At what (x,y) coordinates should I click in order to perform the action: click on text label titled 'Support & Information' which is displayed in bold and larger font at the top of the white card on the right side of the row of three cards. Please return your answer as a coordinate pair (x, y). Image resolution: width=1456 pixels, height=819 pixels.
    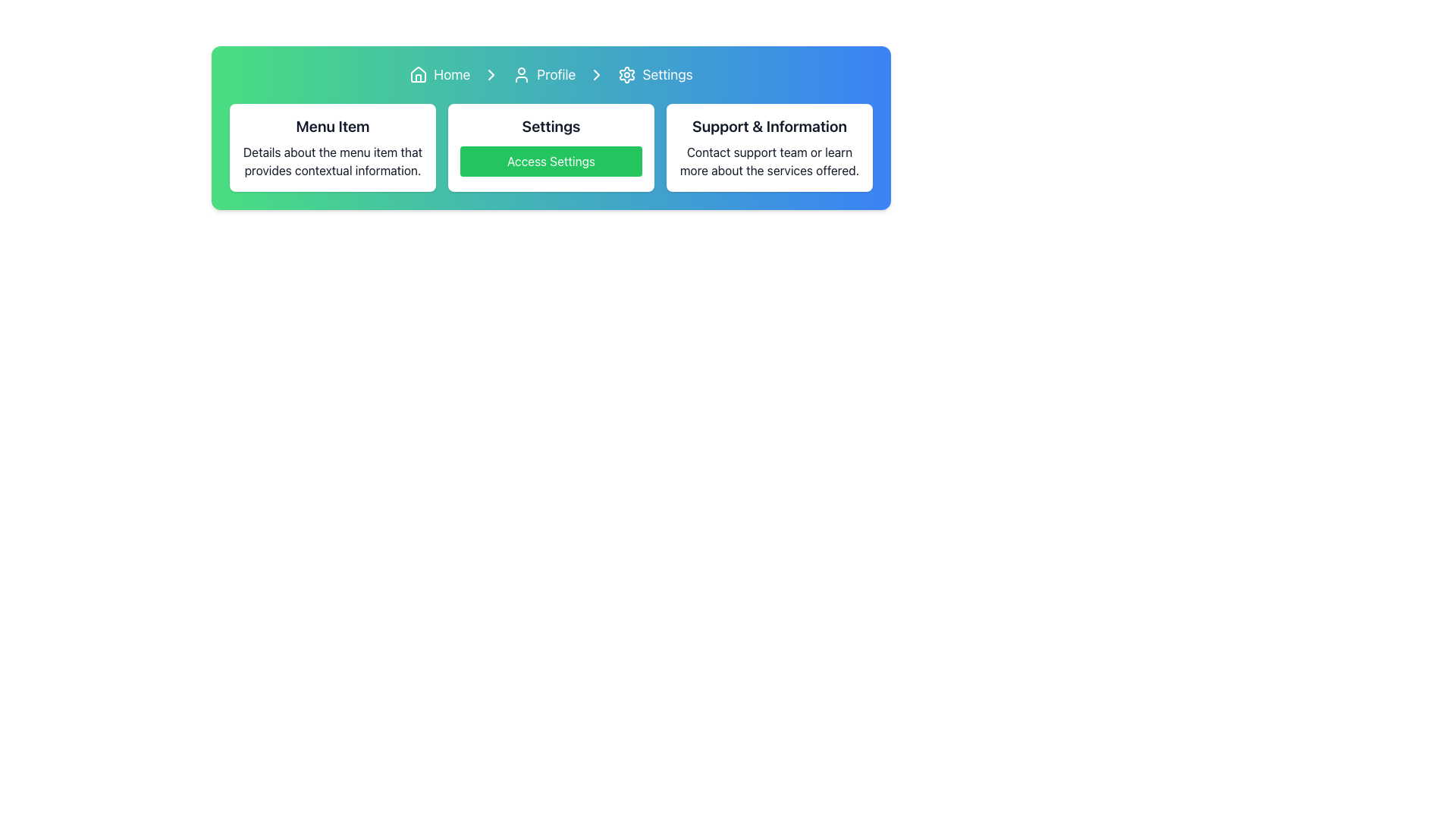
    Looking at the image, I should click on (769, 125).